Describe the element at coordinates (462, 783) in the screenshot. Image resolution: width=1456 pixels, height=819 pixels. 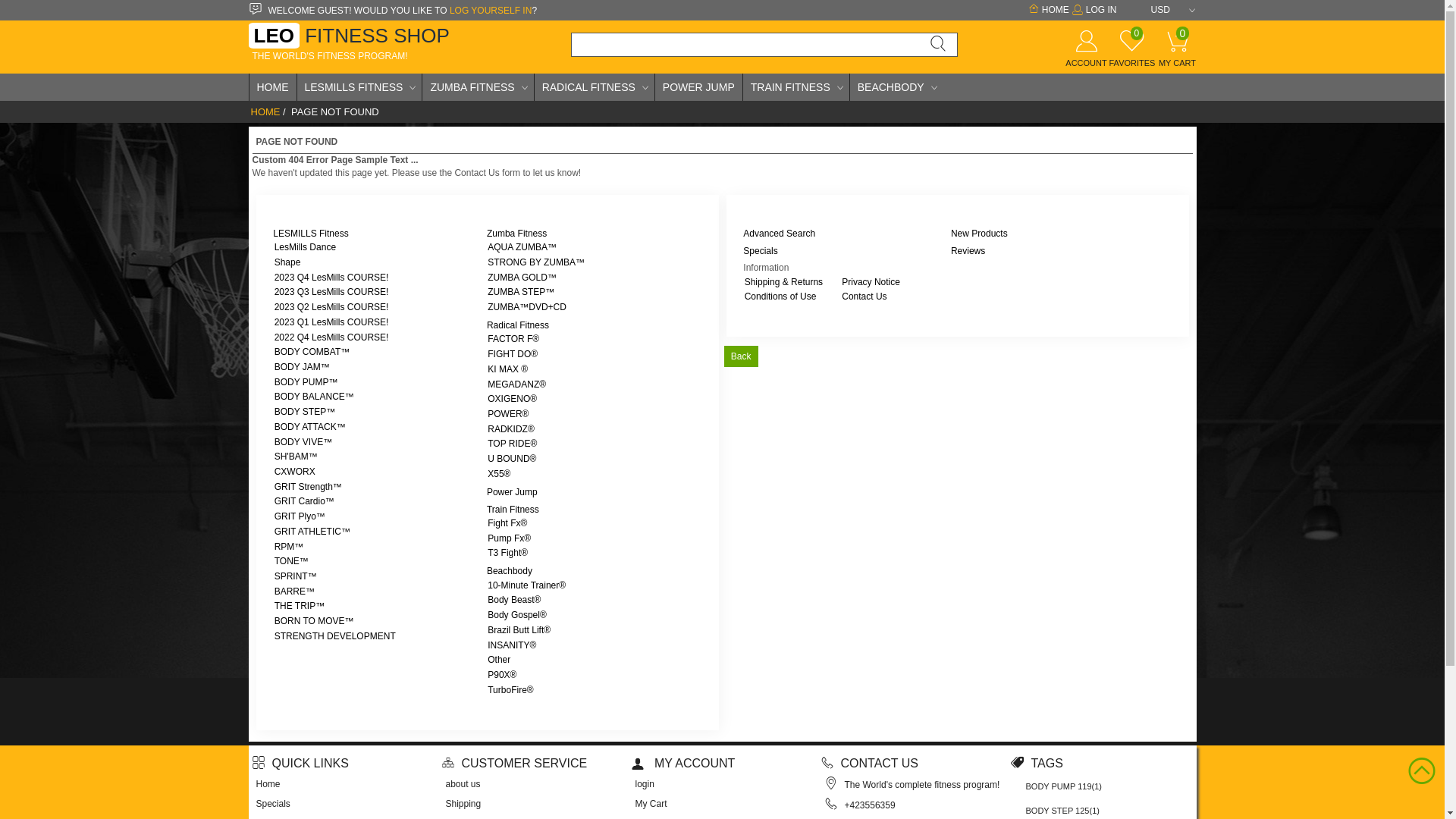
I see `'about us'` at that location.